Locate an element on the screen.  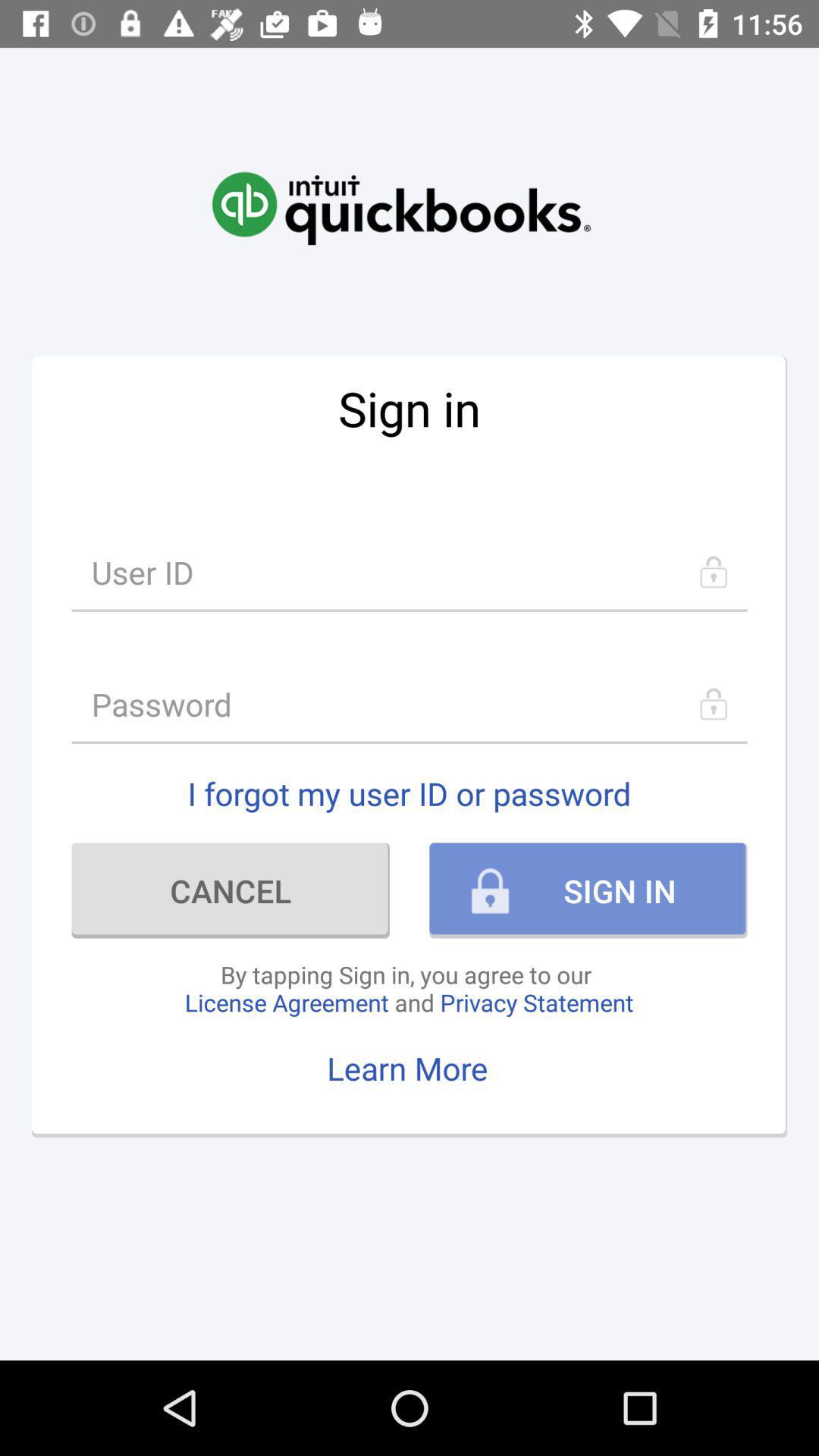
by tapping sign item is located at coordinates (408, 988).